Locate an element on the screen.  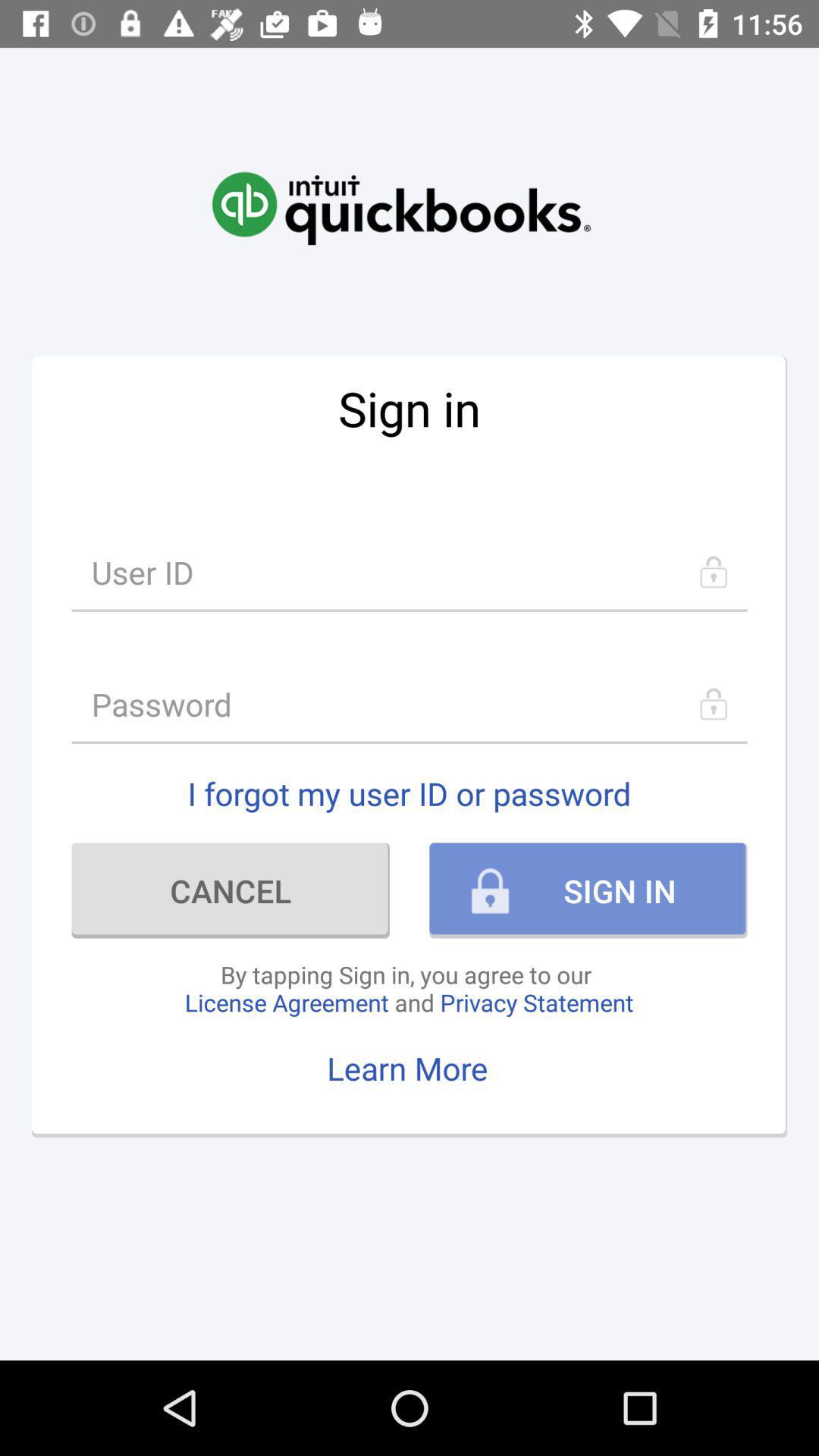
by tapping sign item is located at coordinates (408, 988).